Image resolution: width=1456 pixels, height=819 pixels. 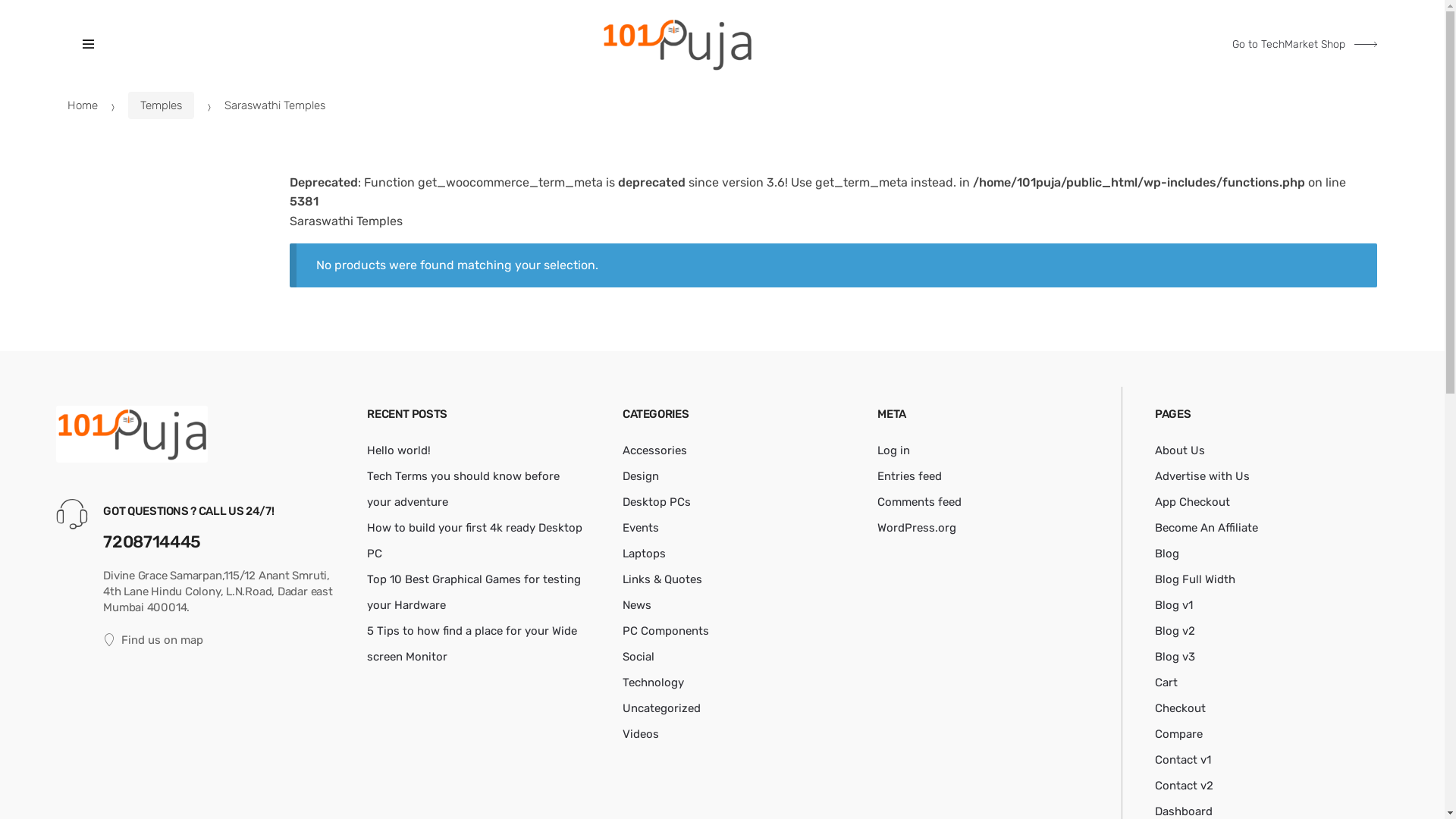 I want to click on 'Compare', so click(x=1178, y=733).